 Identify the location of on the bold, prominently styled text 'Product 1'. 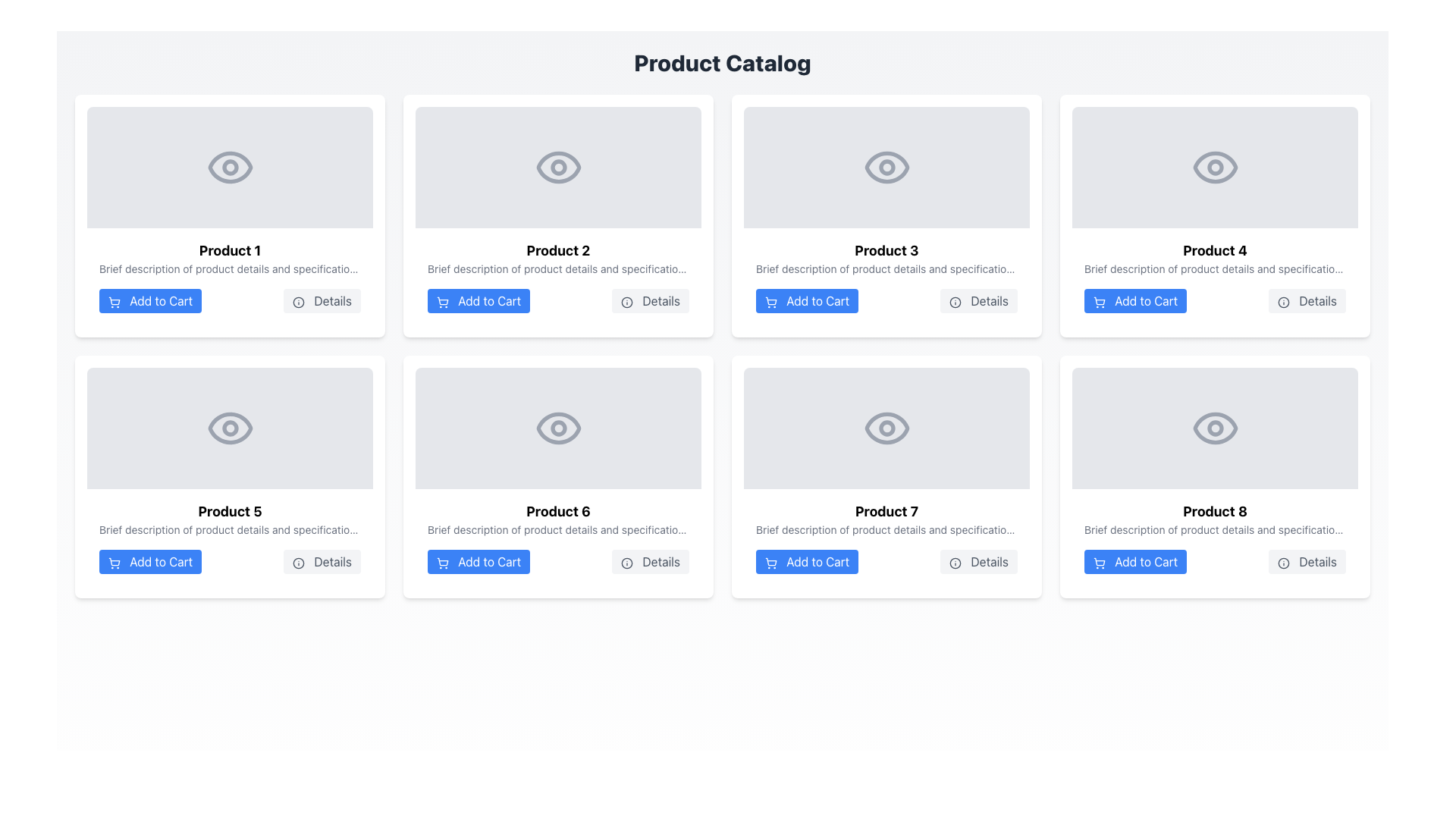
(229, 250).